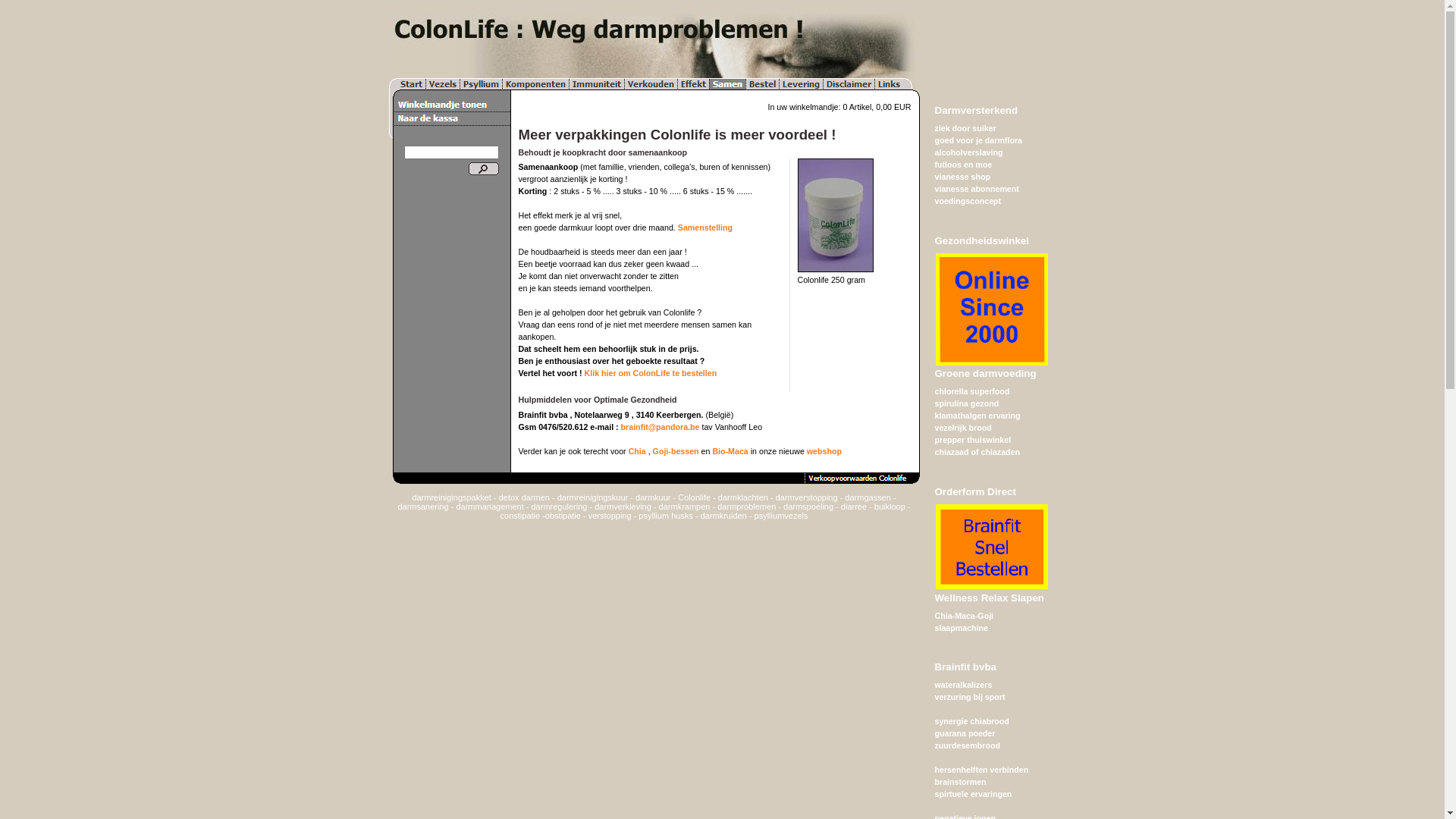 This screenshot has height=819, width=1456. I want to click on 'Klik hier om ColonLife te bestellen', so click(584, 373).